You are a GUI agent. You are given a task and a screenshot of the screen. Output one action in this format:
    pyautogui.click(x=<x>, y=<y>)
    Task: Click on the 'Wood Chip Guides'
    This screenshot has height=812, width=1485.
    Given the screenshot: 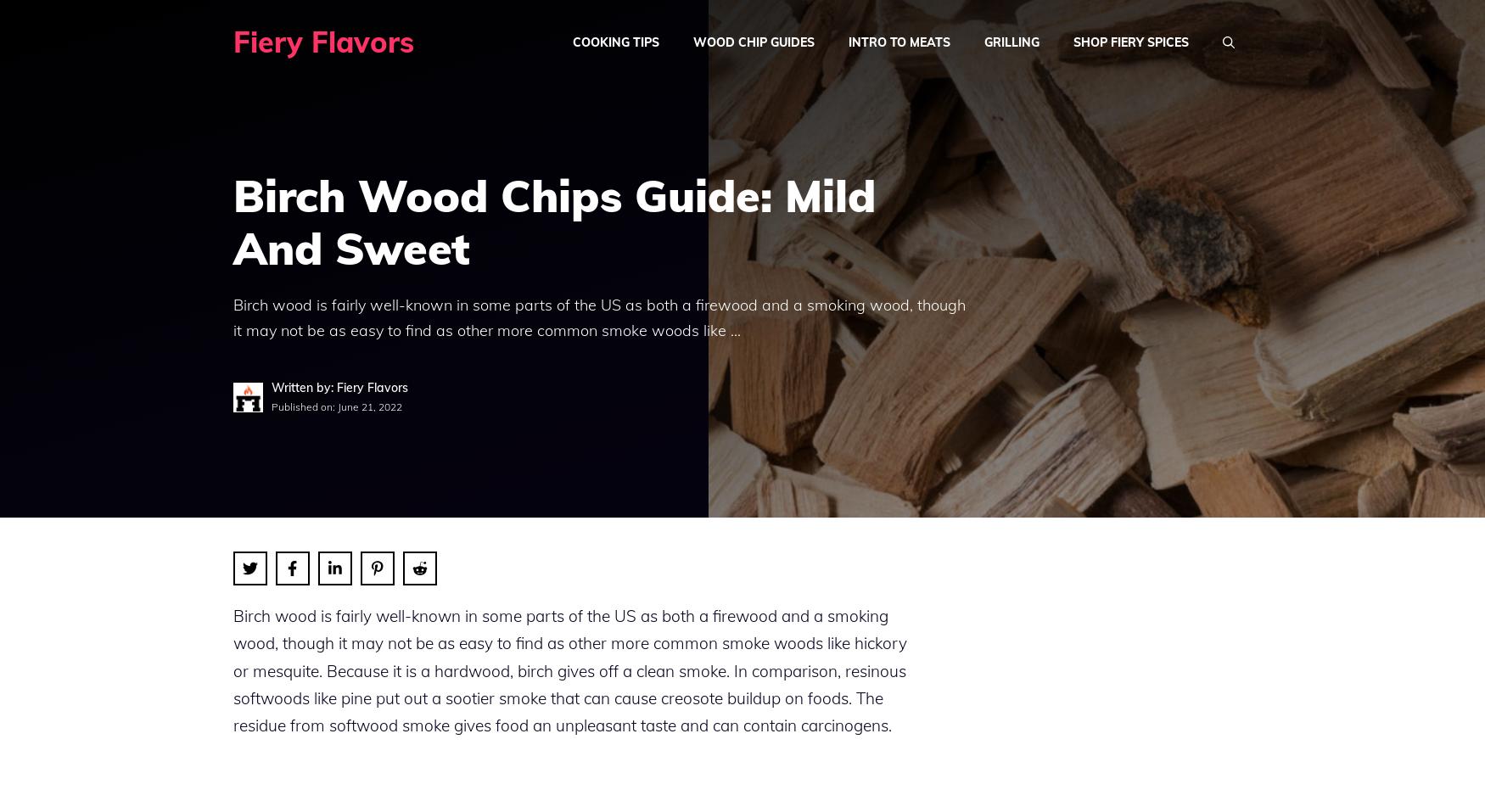 What is the action you would take?
    pyautogui.click(x=753, y=41)
    